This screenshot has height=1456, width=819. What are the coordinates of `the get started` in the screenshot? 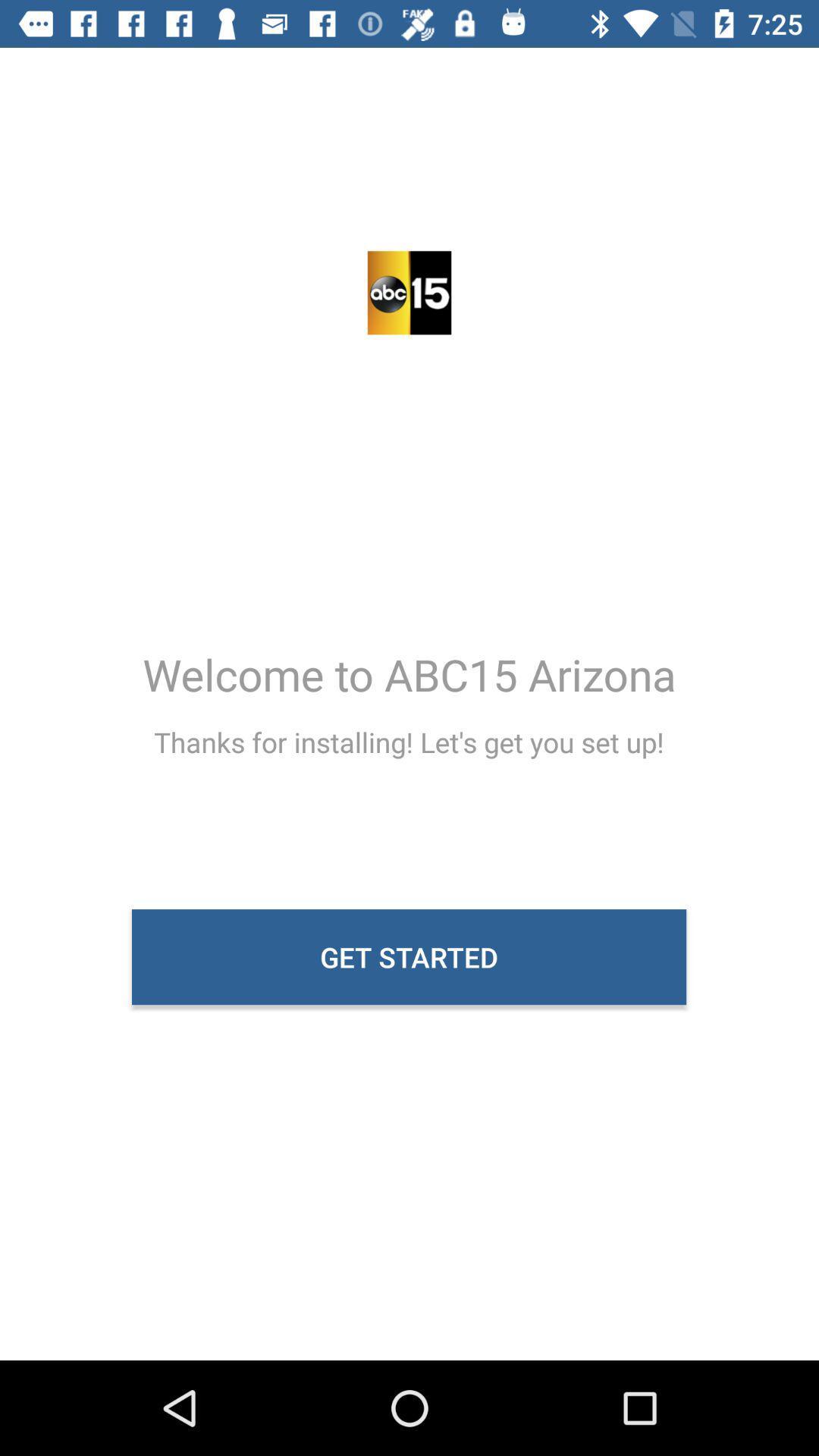 It's located at (408, 956).